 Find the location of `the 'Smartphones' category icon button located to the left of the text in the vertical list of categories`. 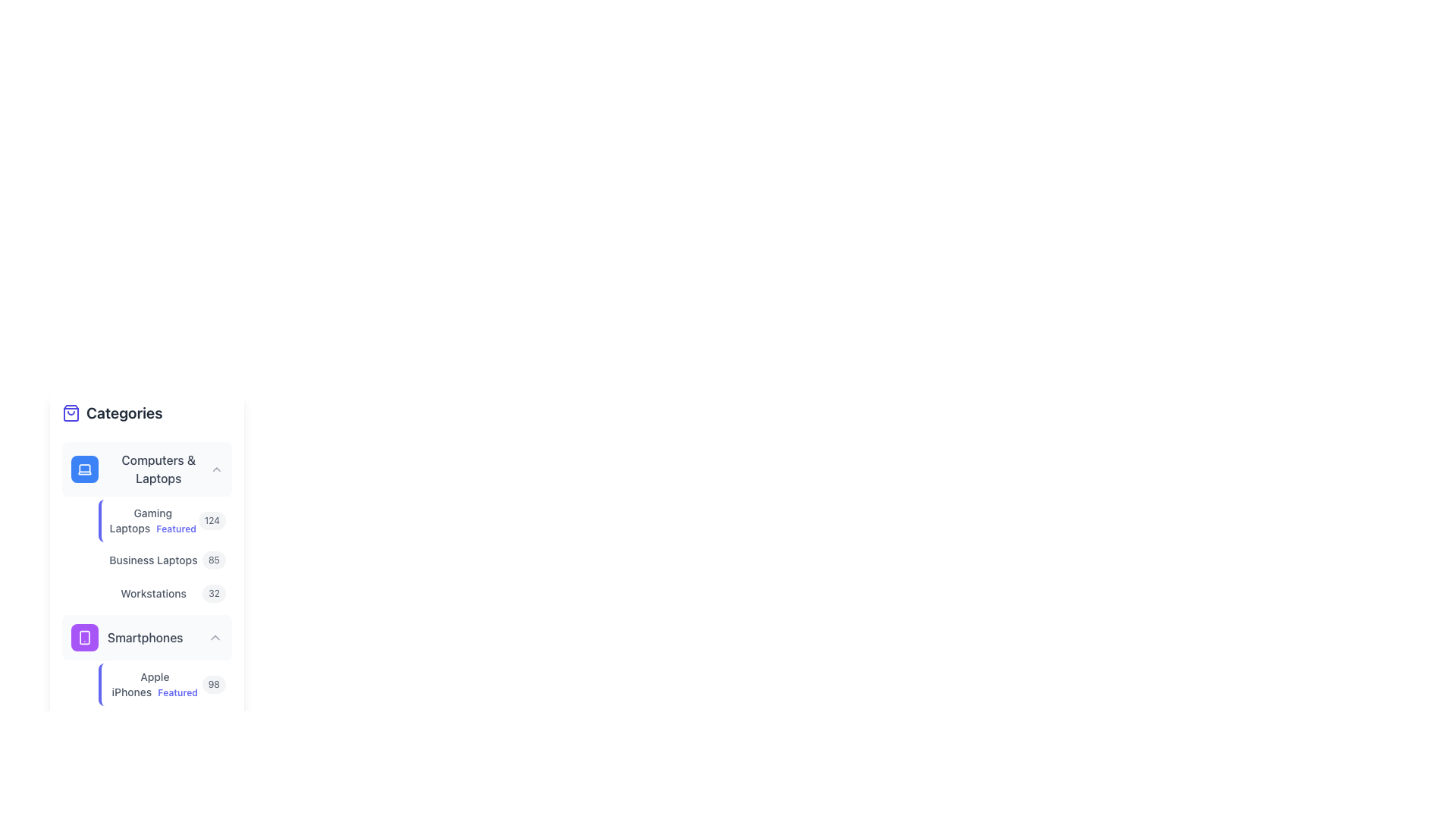

the 'Smartphones' category icon button located to the left of the text in the vertical list of categories is located at coordinates (83, 637).